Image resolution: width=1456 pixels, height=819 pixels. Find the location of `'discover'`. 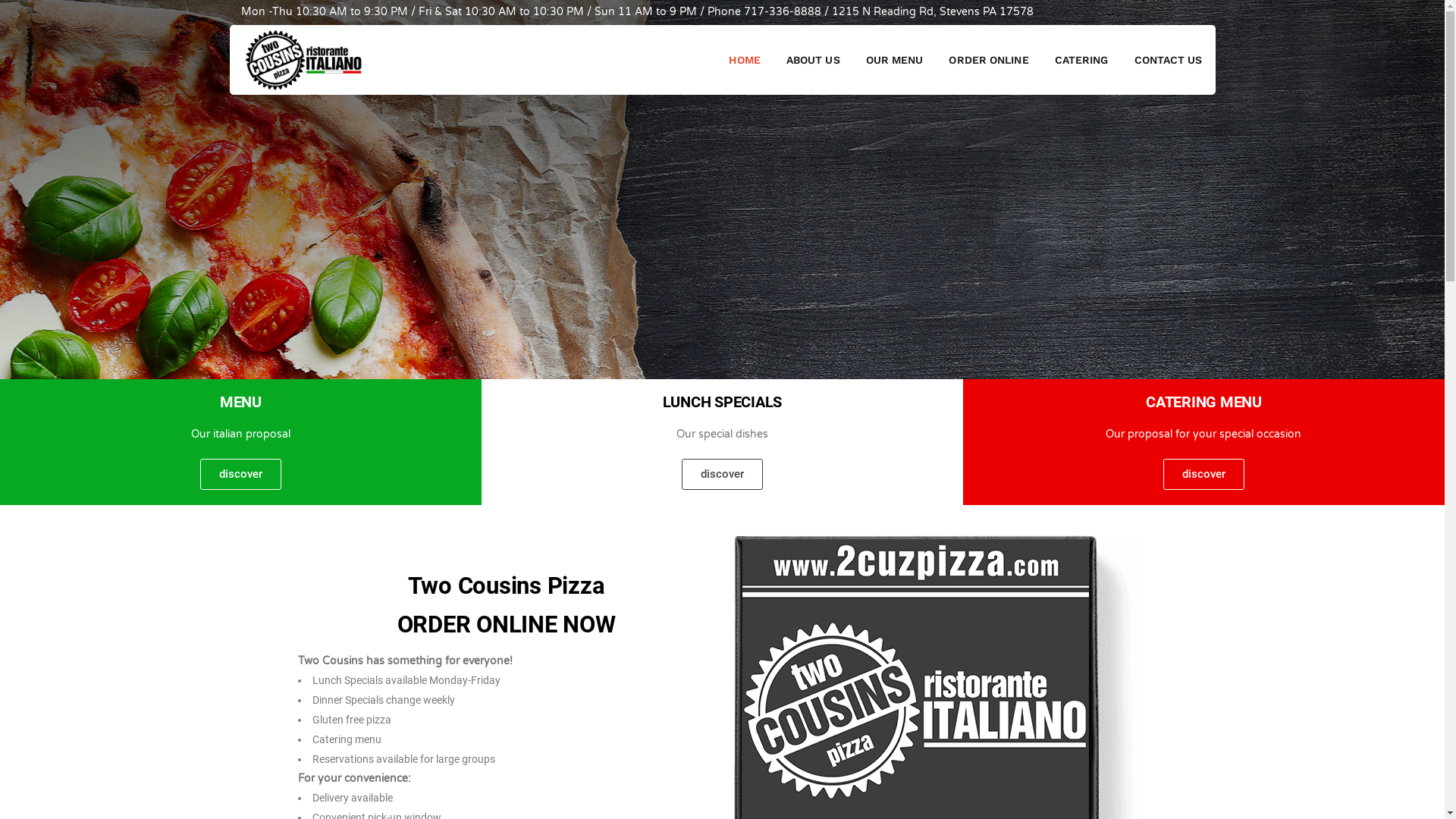

'discover' is located at coordinates (1203, 473).